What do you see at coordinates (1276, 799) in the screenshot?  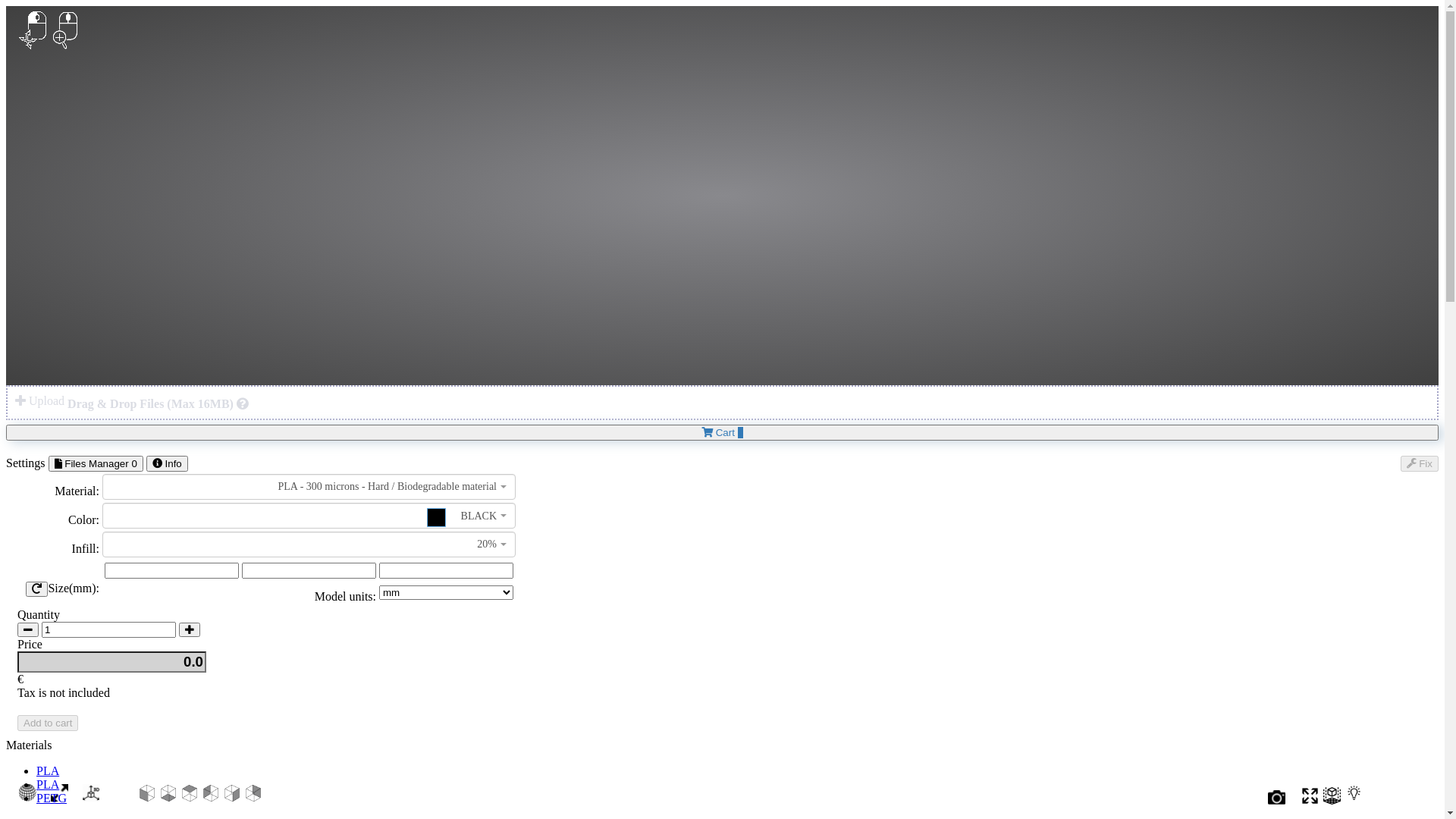 I see `'Take Snapshot'` at bounding box center [1276, 799].